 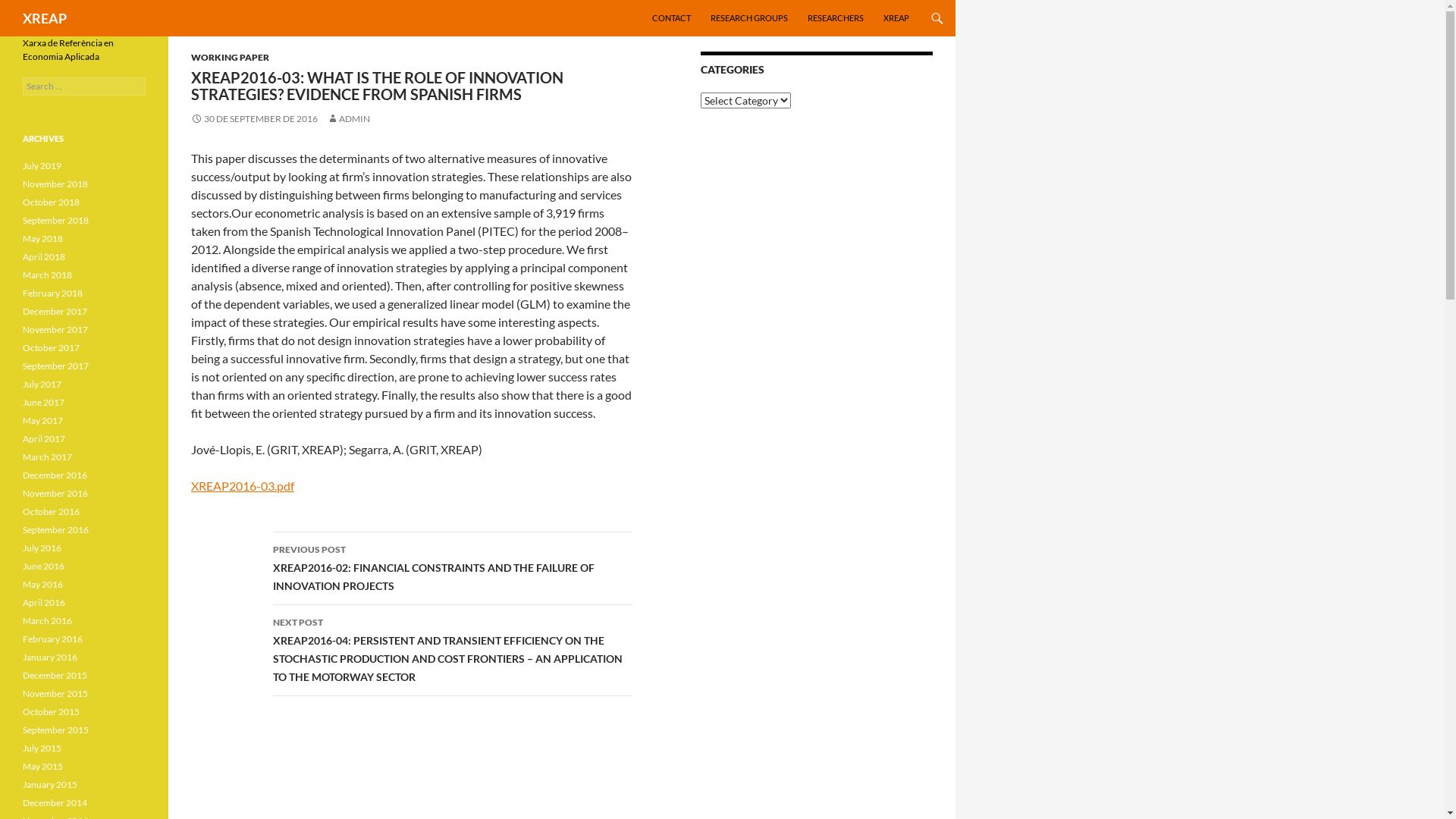 I want to click on 'March 2017', so click(x=47, y=456).